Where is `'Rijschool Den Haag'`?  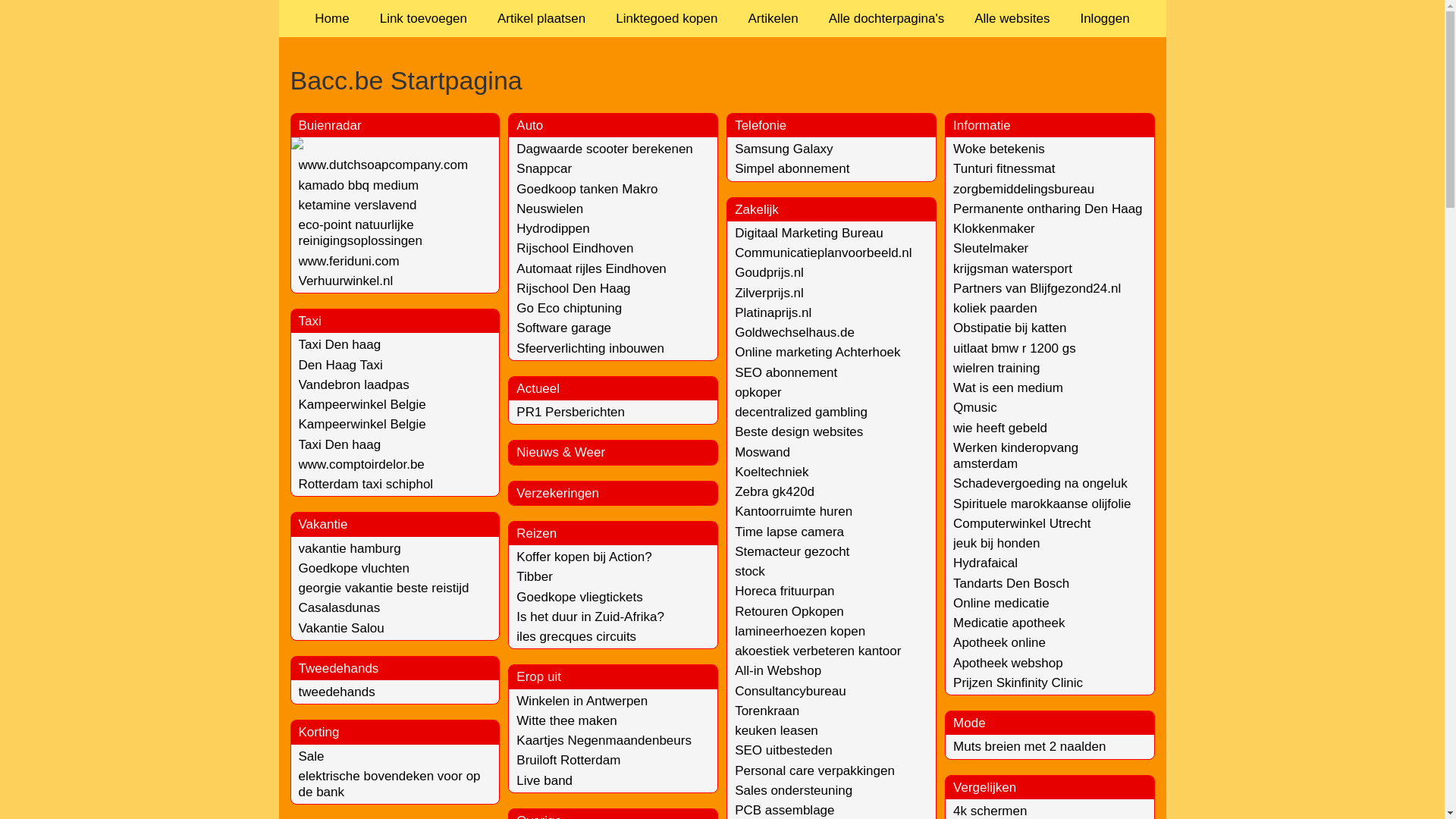 'Rijschool Den Haag' is located at coordinates (572, 288).